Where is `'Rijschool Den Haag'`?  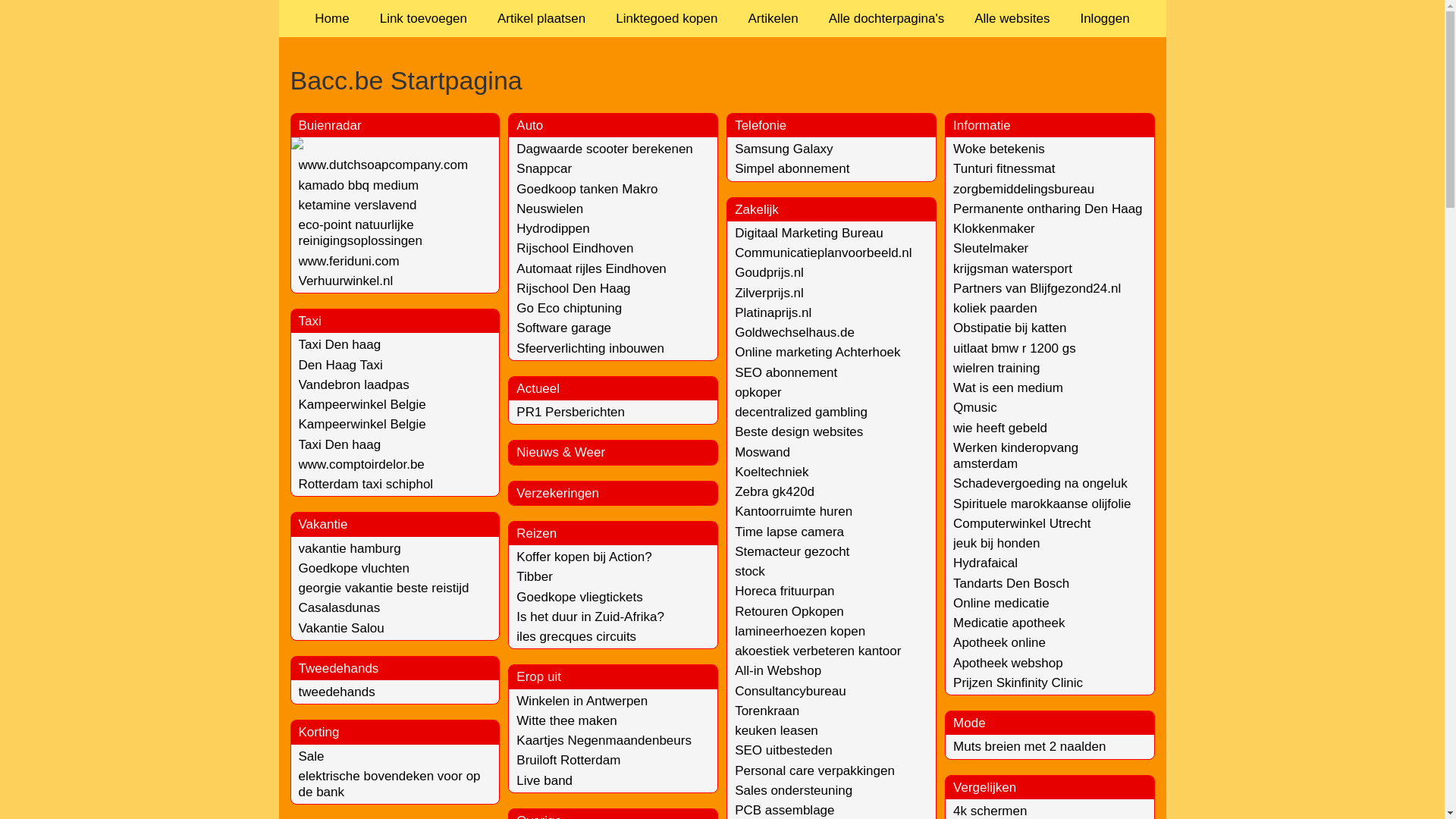 'Rijschool Den Haag' is located at coordinates (572, 288).